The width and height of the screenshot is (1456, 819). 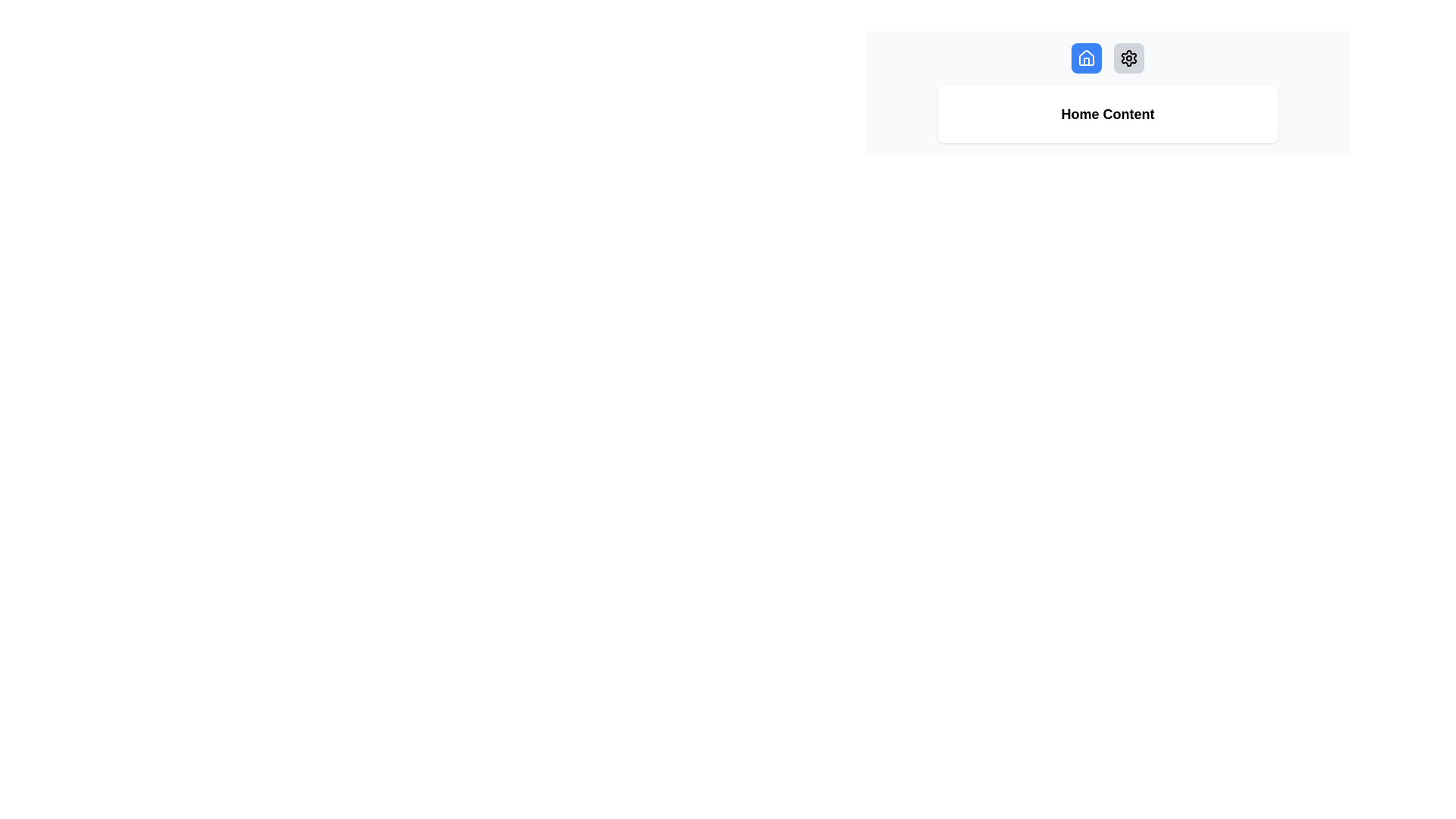 What do you see at coordinates (1086, 58) in the screenshot?
I see `the blue house icon, which has a minimalistic design with rounded features` at bounding box center [1086, 58].